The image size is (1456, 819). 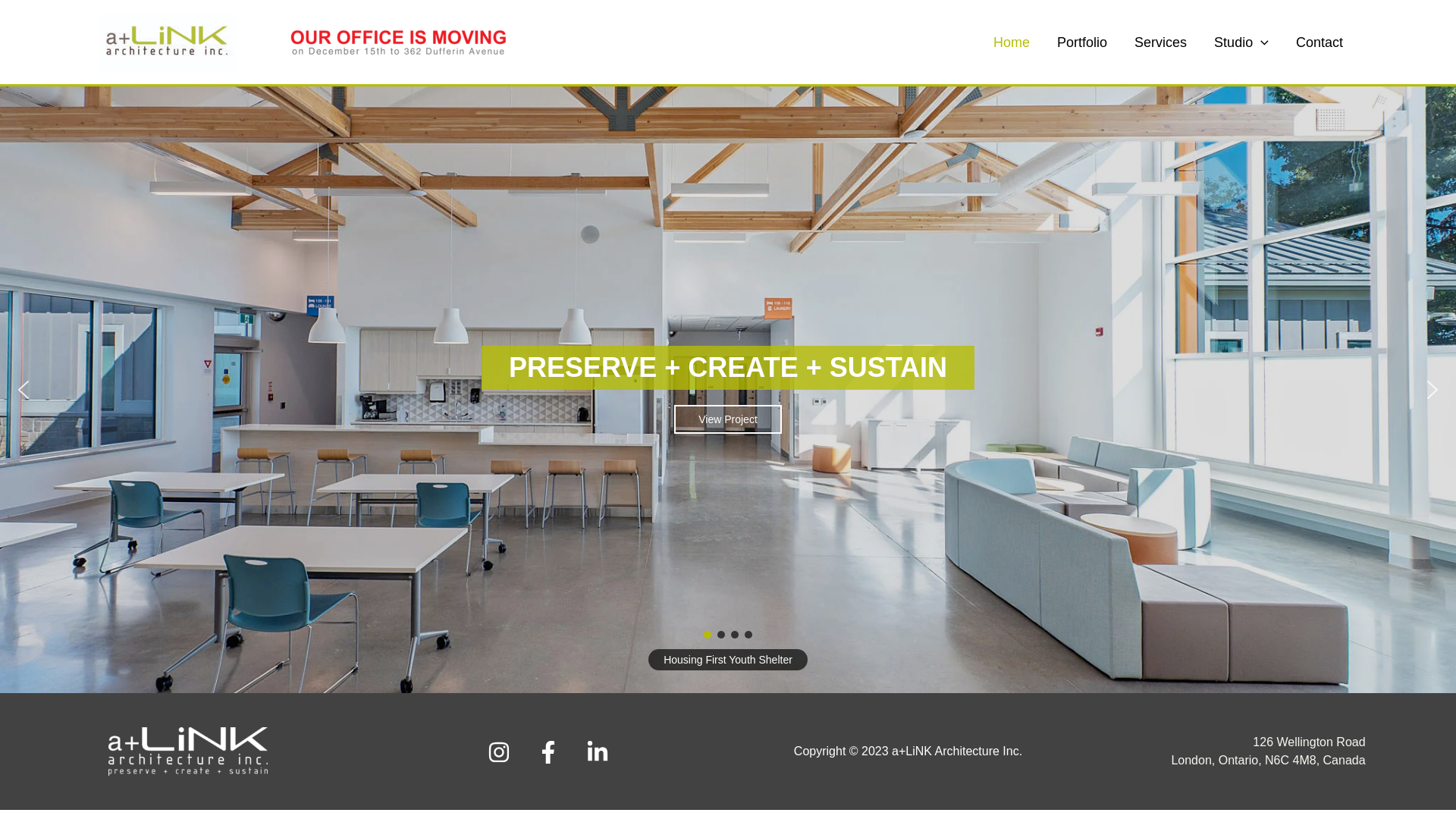 What do you see at coordinates (728, 419) in the screenshot?
I see `'View Project'` at bounding box center [728, 419].